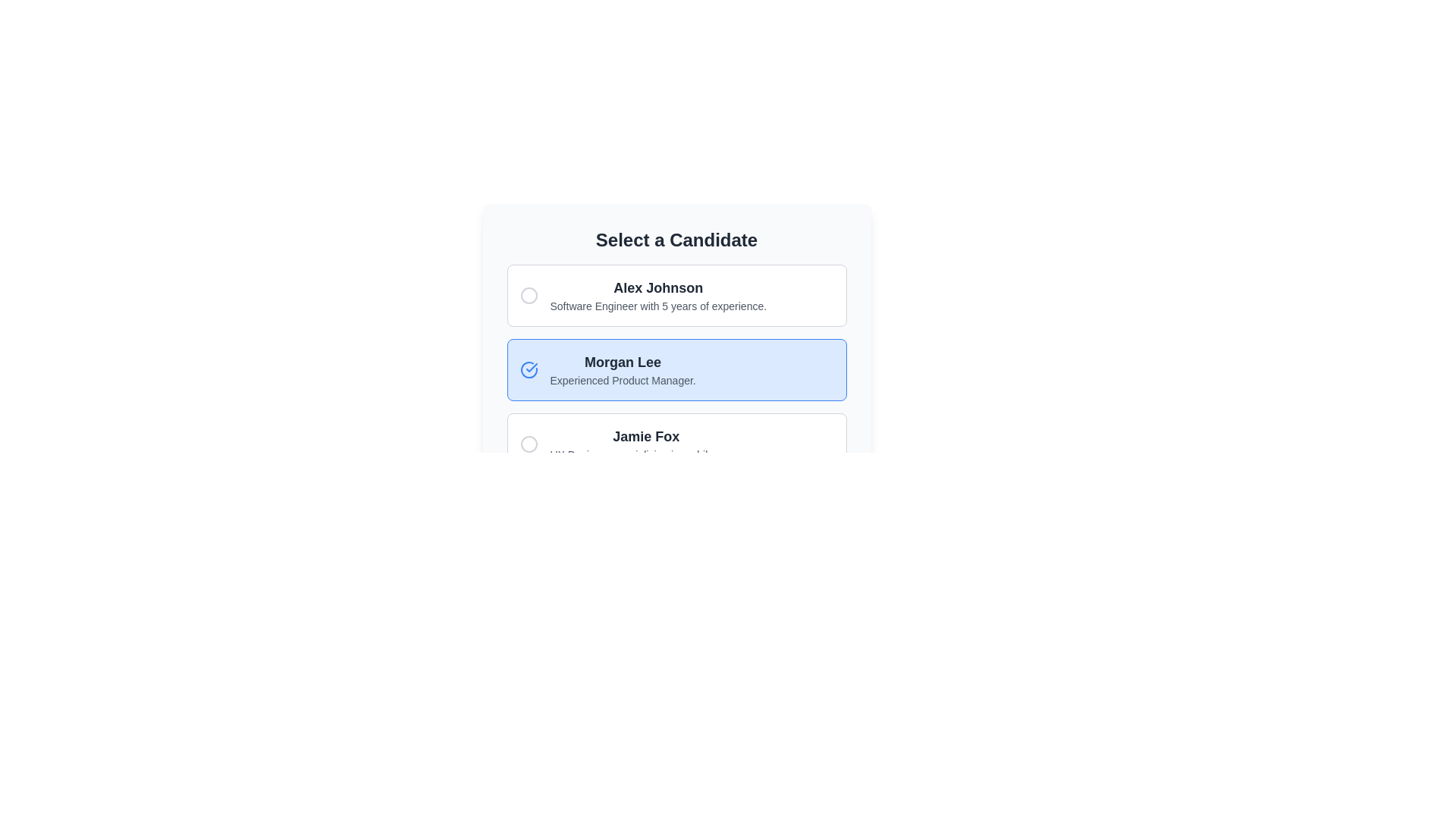  What do you see at coordinates (623, 379) in the screenshot?
I see `text element displaying 'Experienced Product Manager.' which is positioned below 'Morgan Lee' in the selection panel` at bounding box center [623, 379].